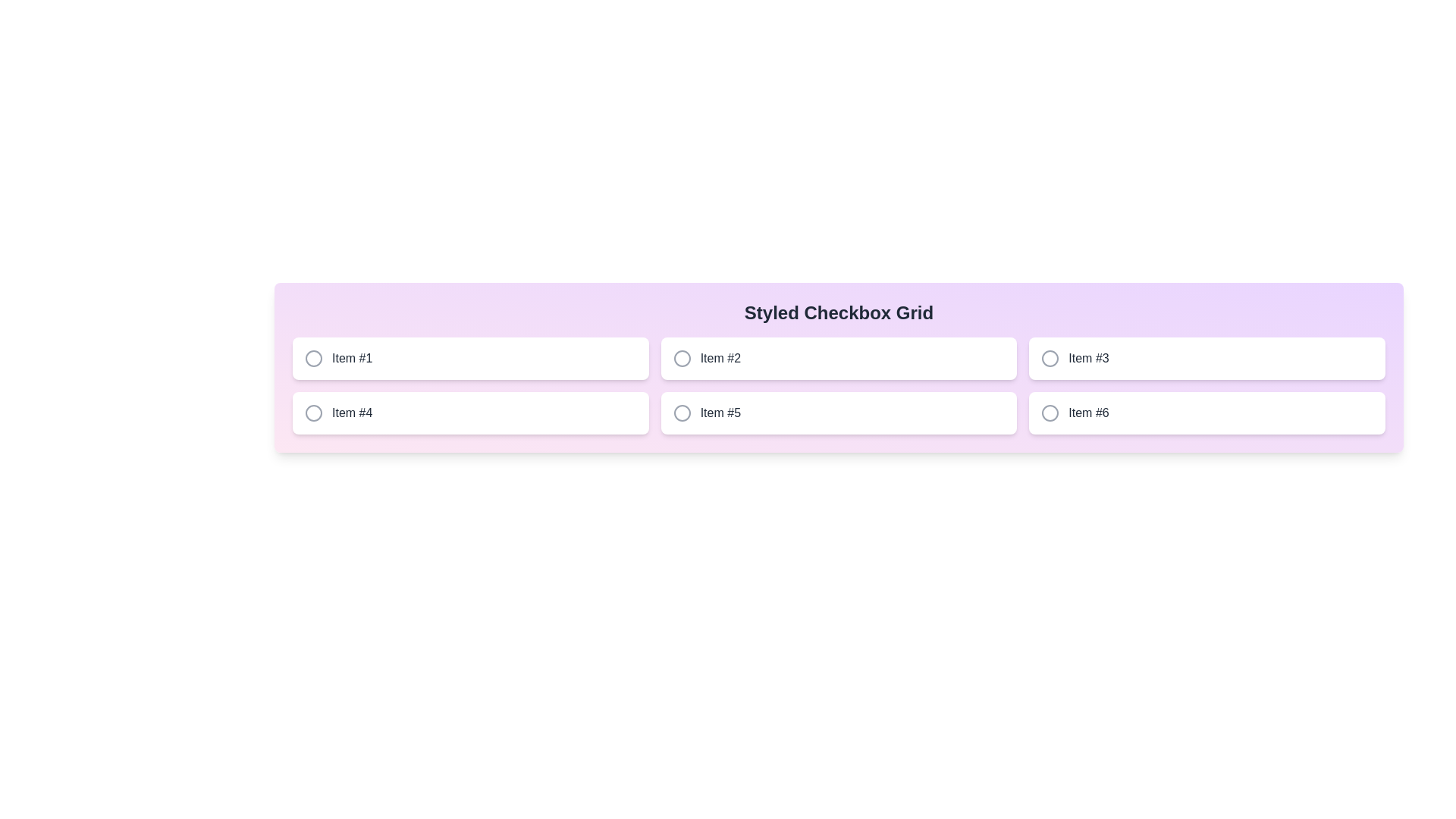 Image resolution: width=1456 pixels, height=819 pixels. Describe the element at coordinates (469, 413) in the screenshot. I see `the button labeled Item #4 to observe style changes` at that location.